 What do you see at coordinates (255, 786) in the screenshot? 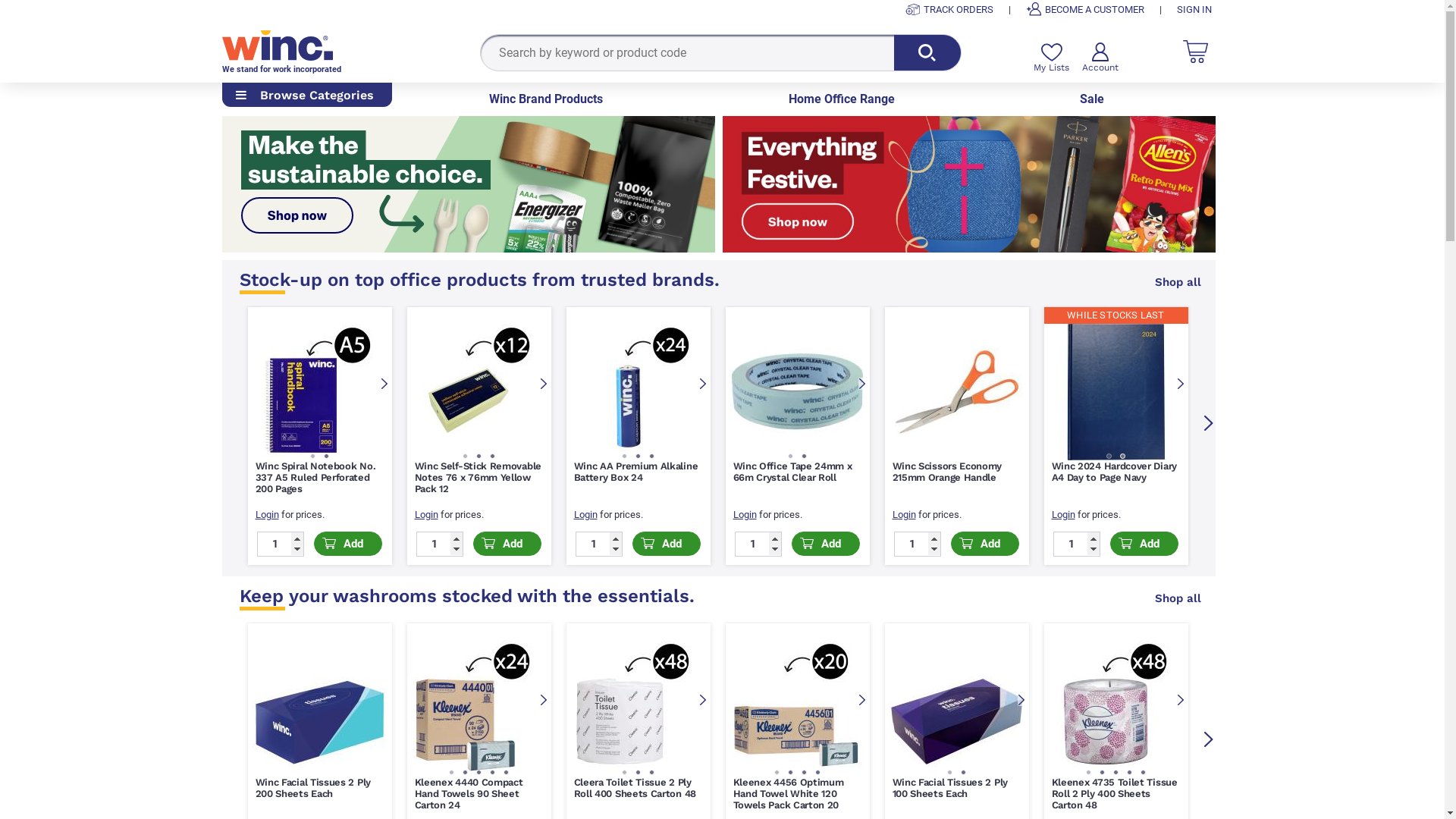
I see `'Winc Facial Tissues 2 Ply 200 Sheets Each'` at bounding box center [255, 786].